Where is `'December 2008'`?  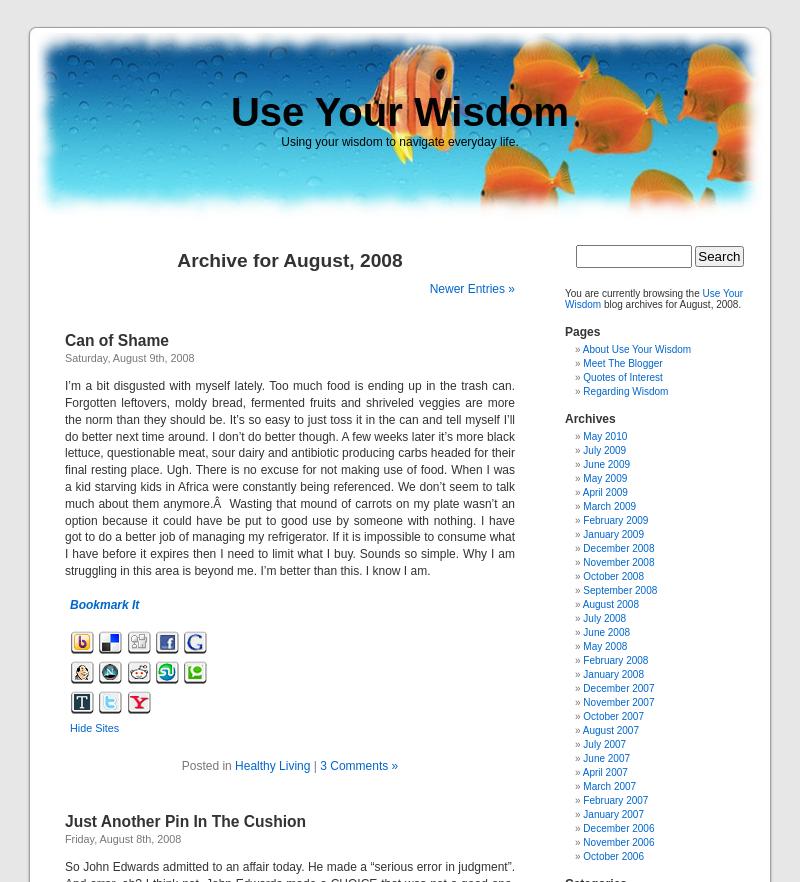 'December 2008' is located at coordinates (618, 547).